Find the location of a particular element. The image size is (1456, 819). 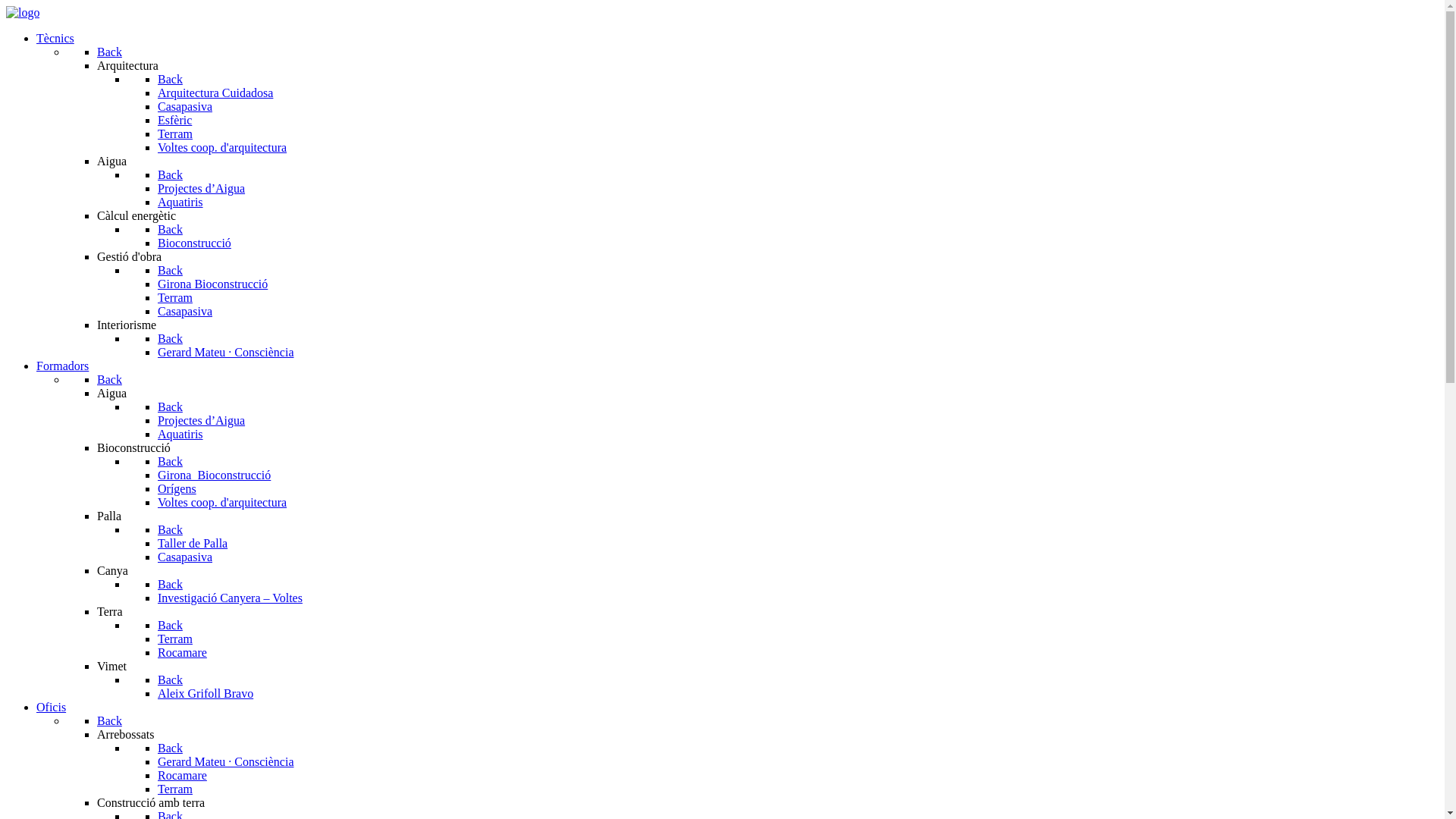

'Rocamare' is located at coordinates (182, 775).